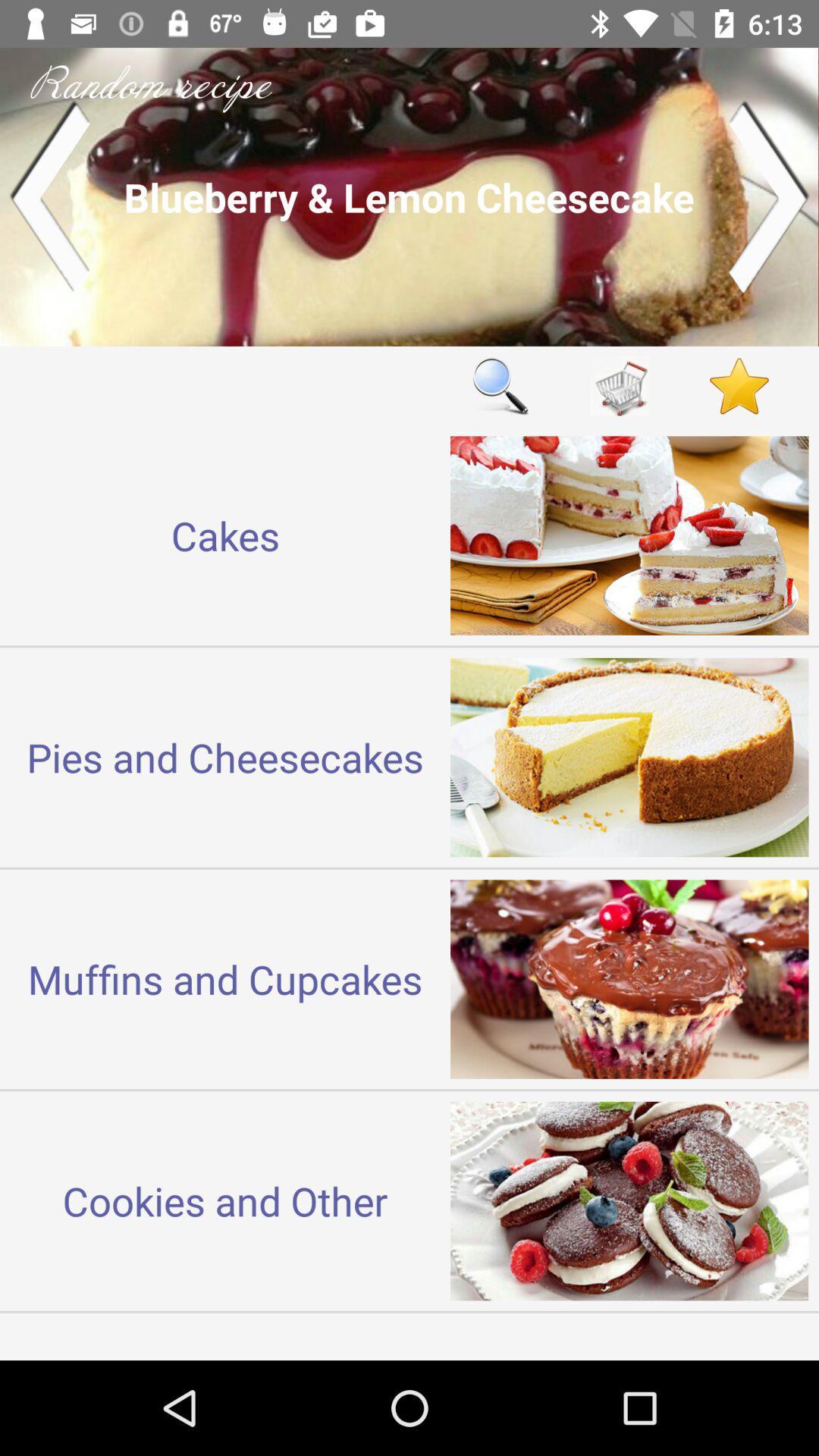 This screenshot has height=1456, width=819. I want to click on the cookies and other item, so click(225, 1200).